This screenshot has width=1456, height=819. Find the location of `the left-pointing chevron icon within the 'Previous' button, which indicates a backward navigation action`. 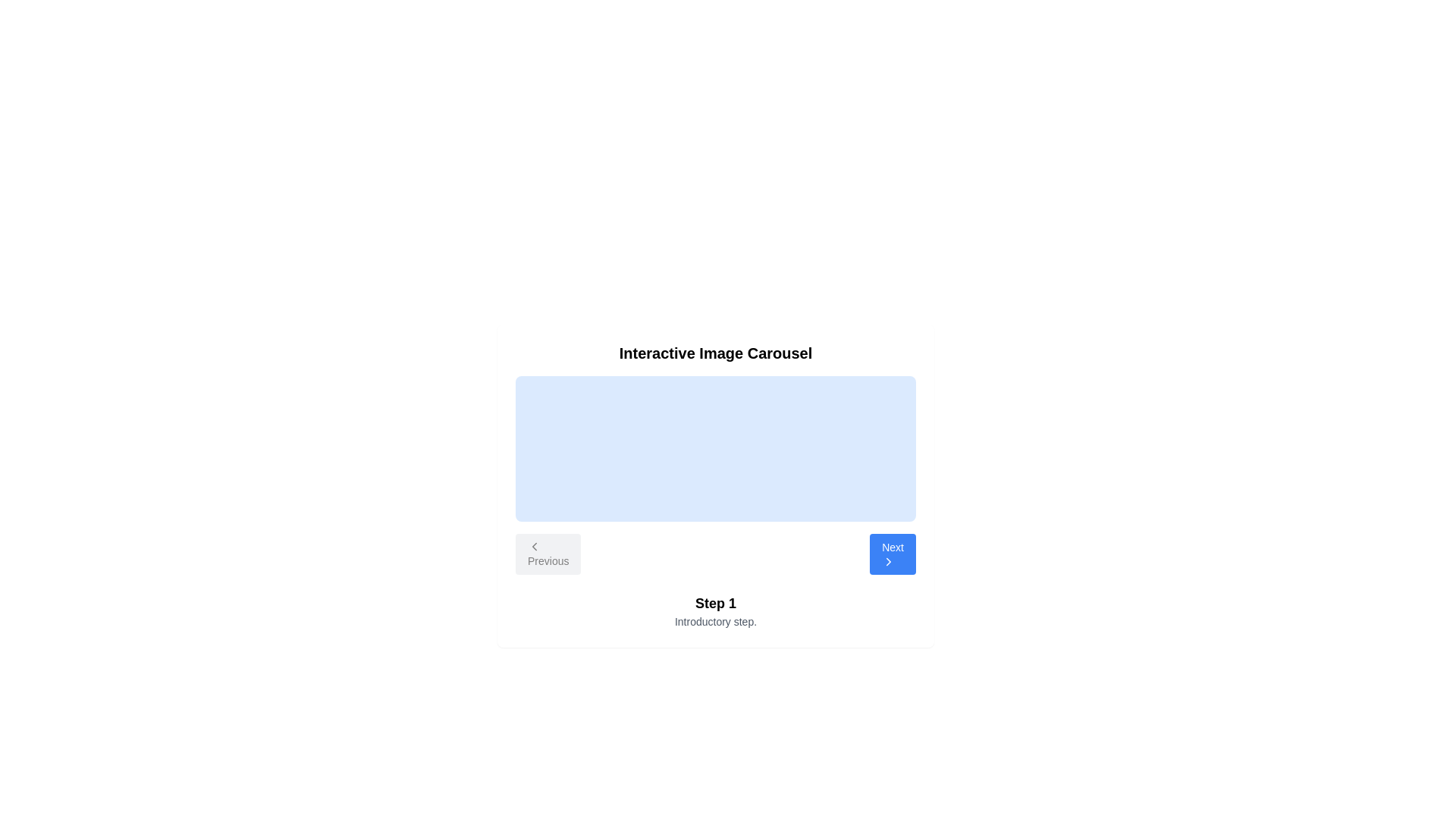

the left-pointing chevron icon within the 'Previous' button, which indicates a backward navigation action is located at coordinates (535, 547).